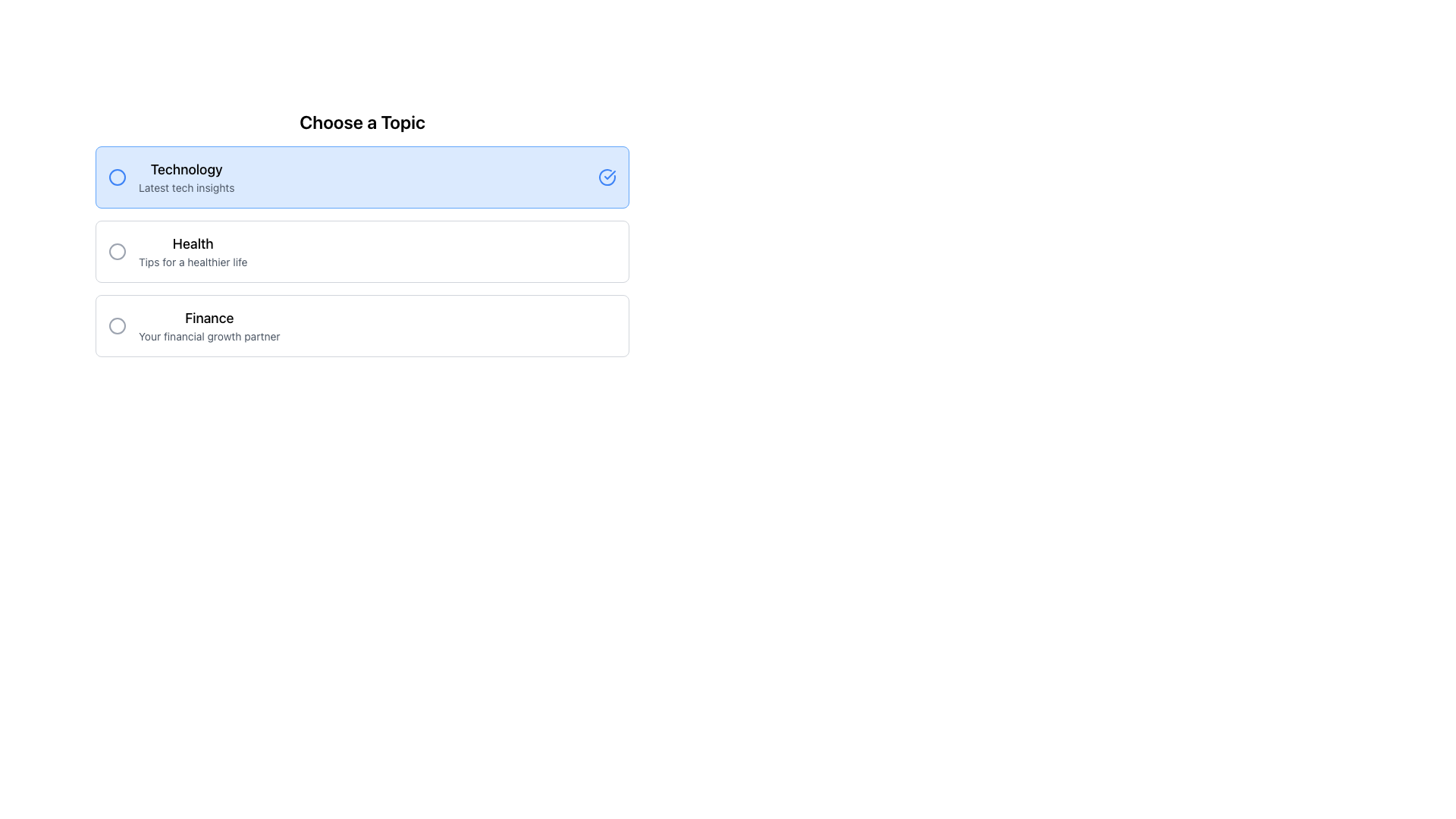  I want to click on the unselected radio button circle indicating the 'Finance' option in the 'Choose a Topic' selection menu, so click(116, 325).